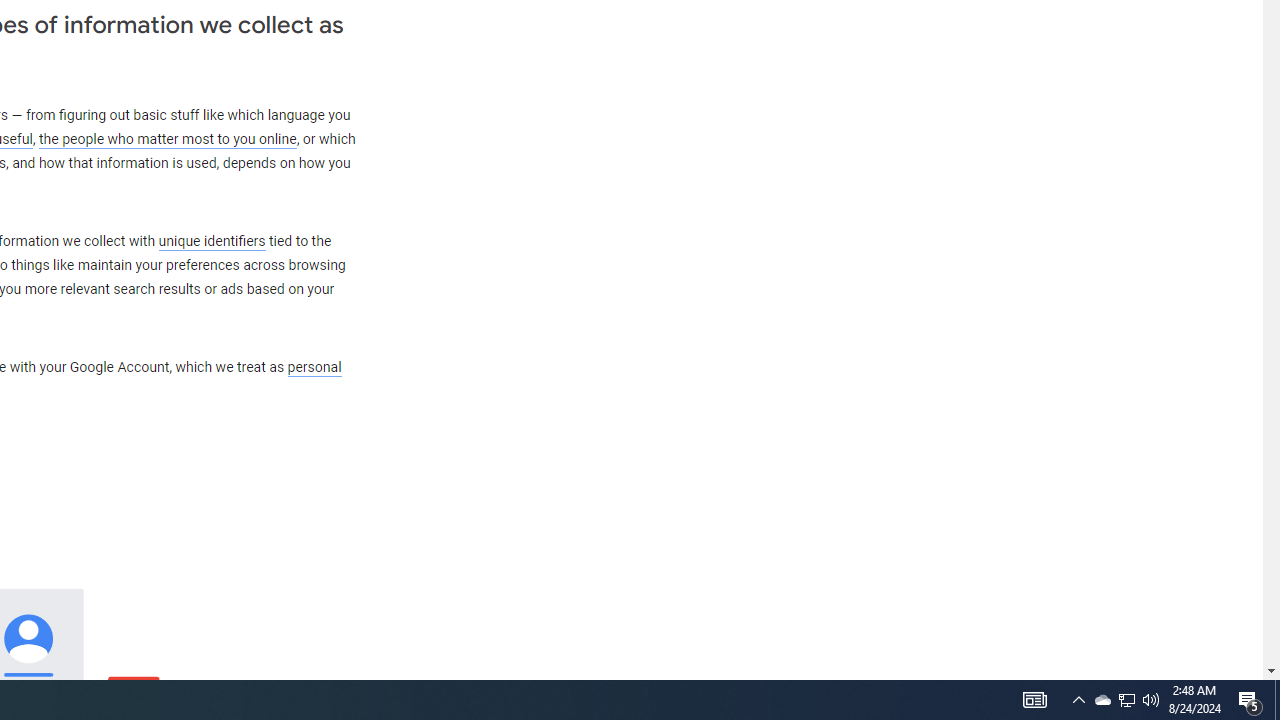 The height and width of the screenshot is (720, 1280). I want to click on 'unique identifiers', so click(211, 240).